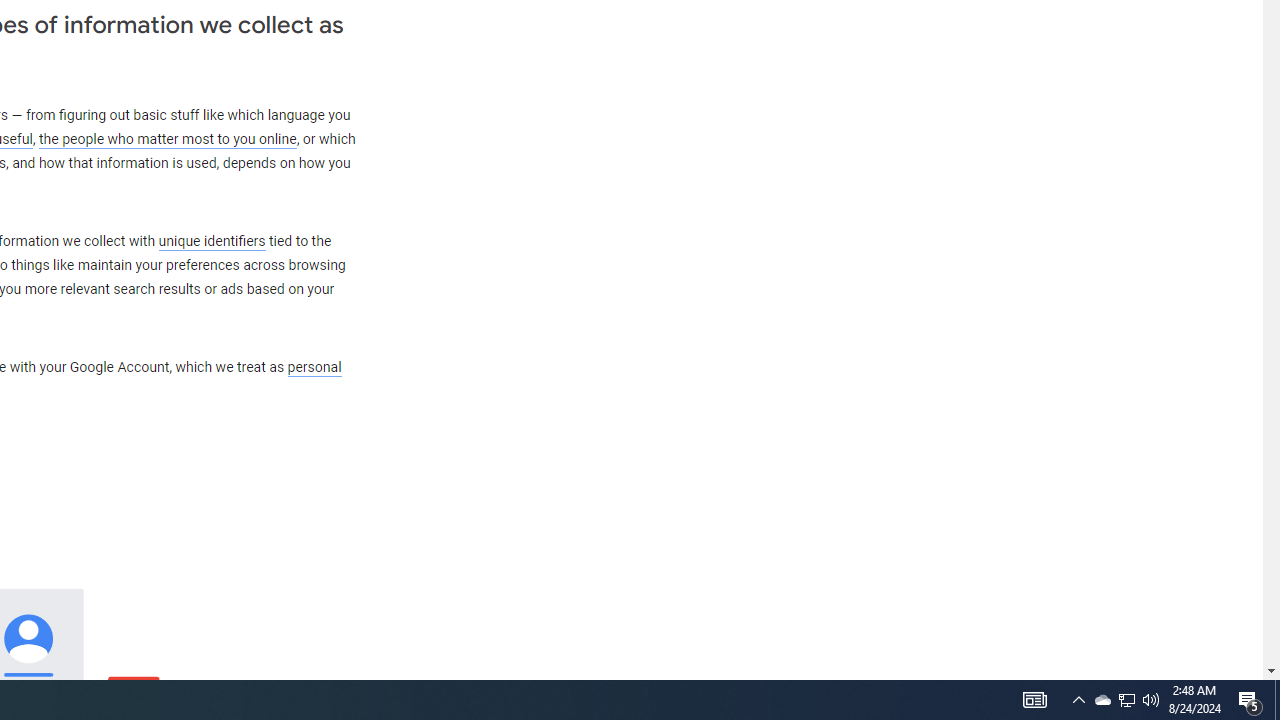 The height and width of the screenshot is (720, 1280). I want to click on 'unique identifiers', so click(211, 240).